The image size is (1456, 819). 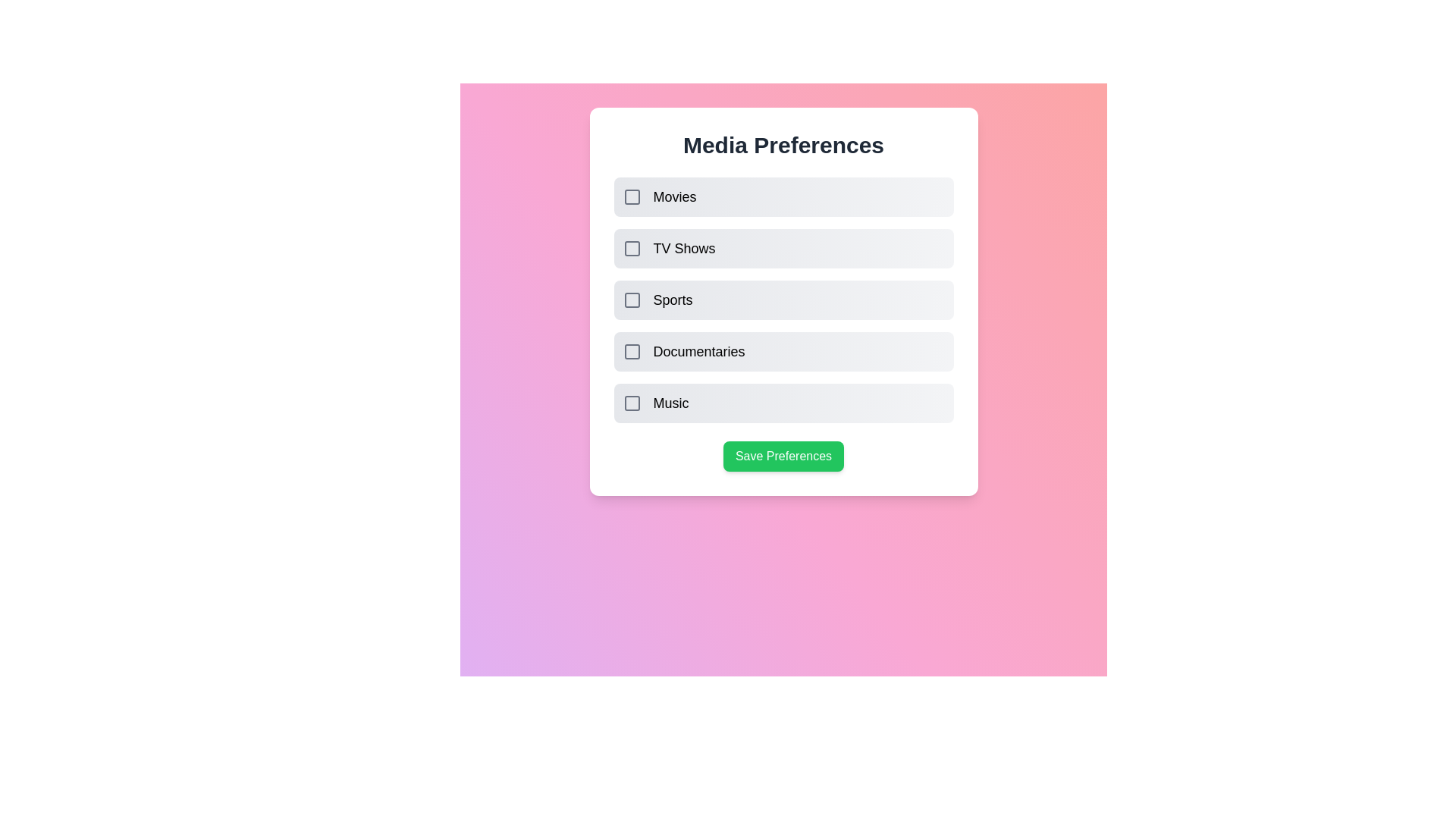 What do you see at coordinates (783, 247) in the screenshot?
I see `the item TV Shows to see the hover effect` at bounding box center [783, 247].